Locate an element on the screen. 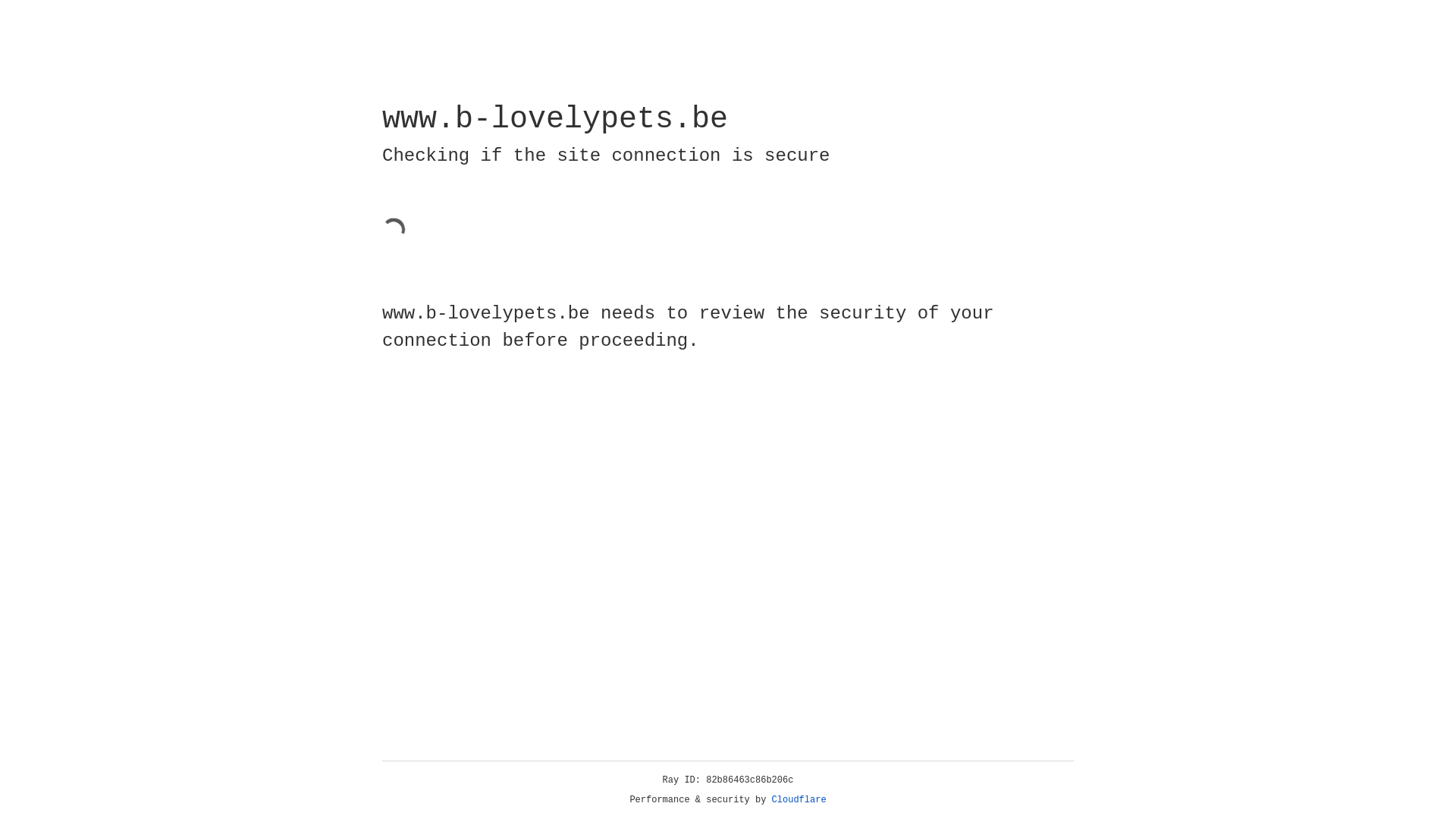  'Cloudflare' is located at coordinates (799, 799).